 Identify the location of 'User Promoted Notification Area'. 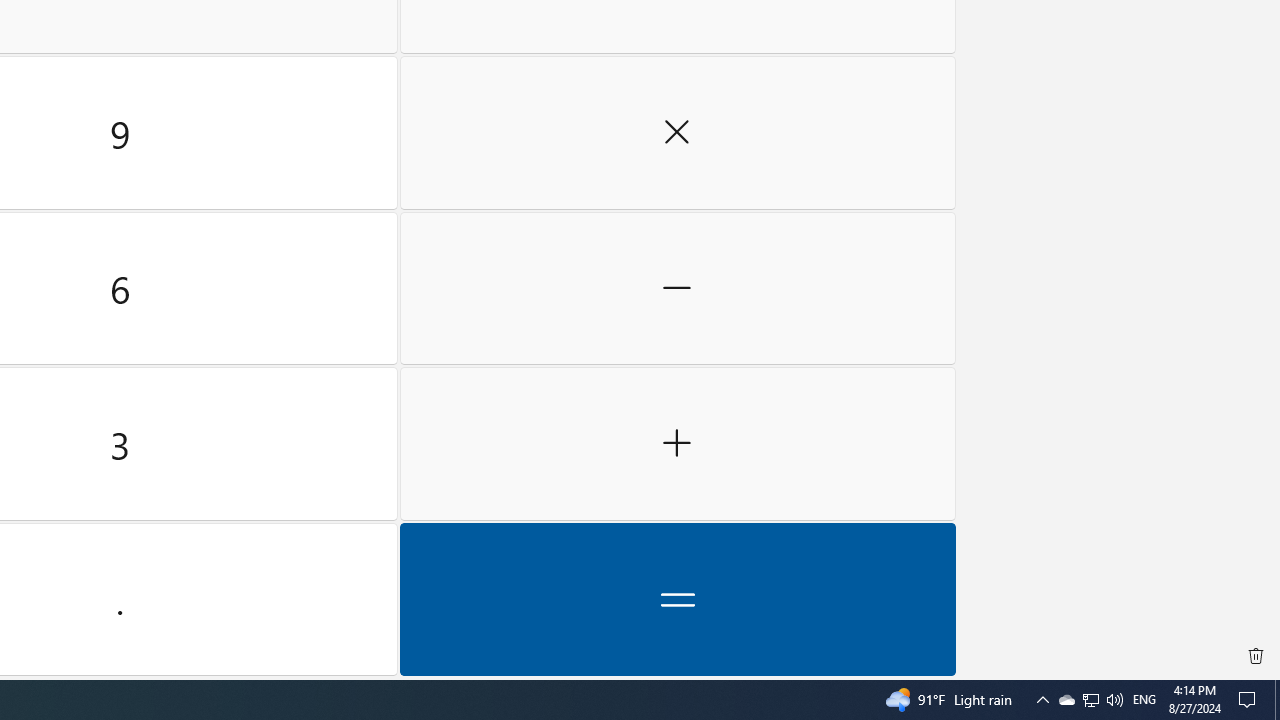
(1089, 698).